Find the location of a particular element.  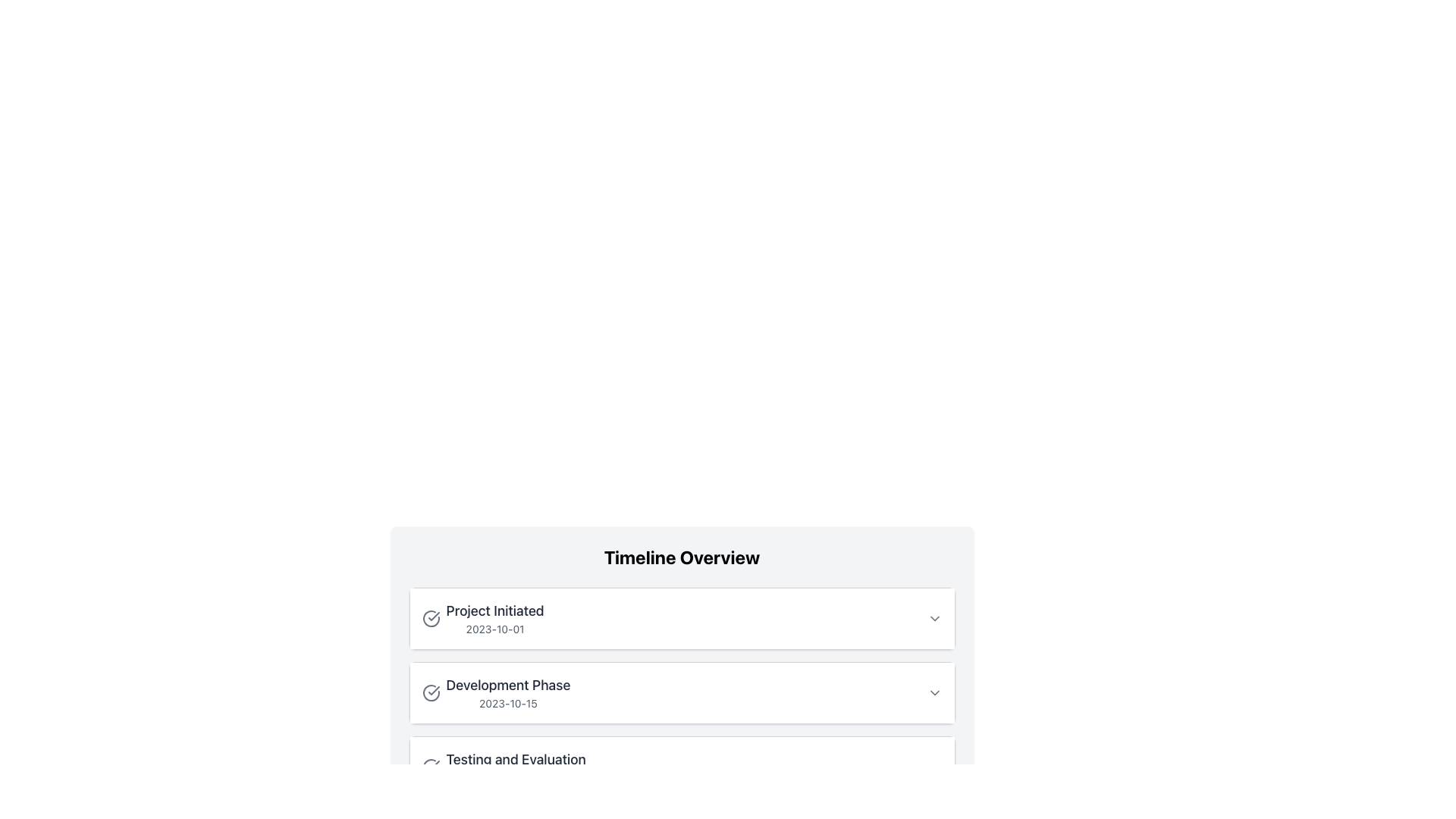

the 'Development Phase' interactive text list item is located at coordinates (681, 693).